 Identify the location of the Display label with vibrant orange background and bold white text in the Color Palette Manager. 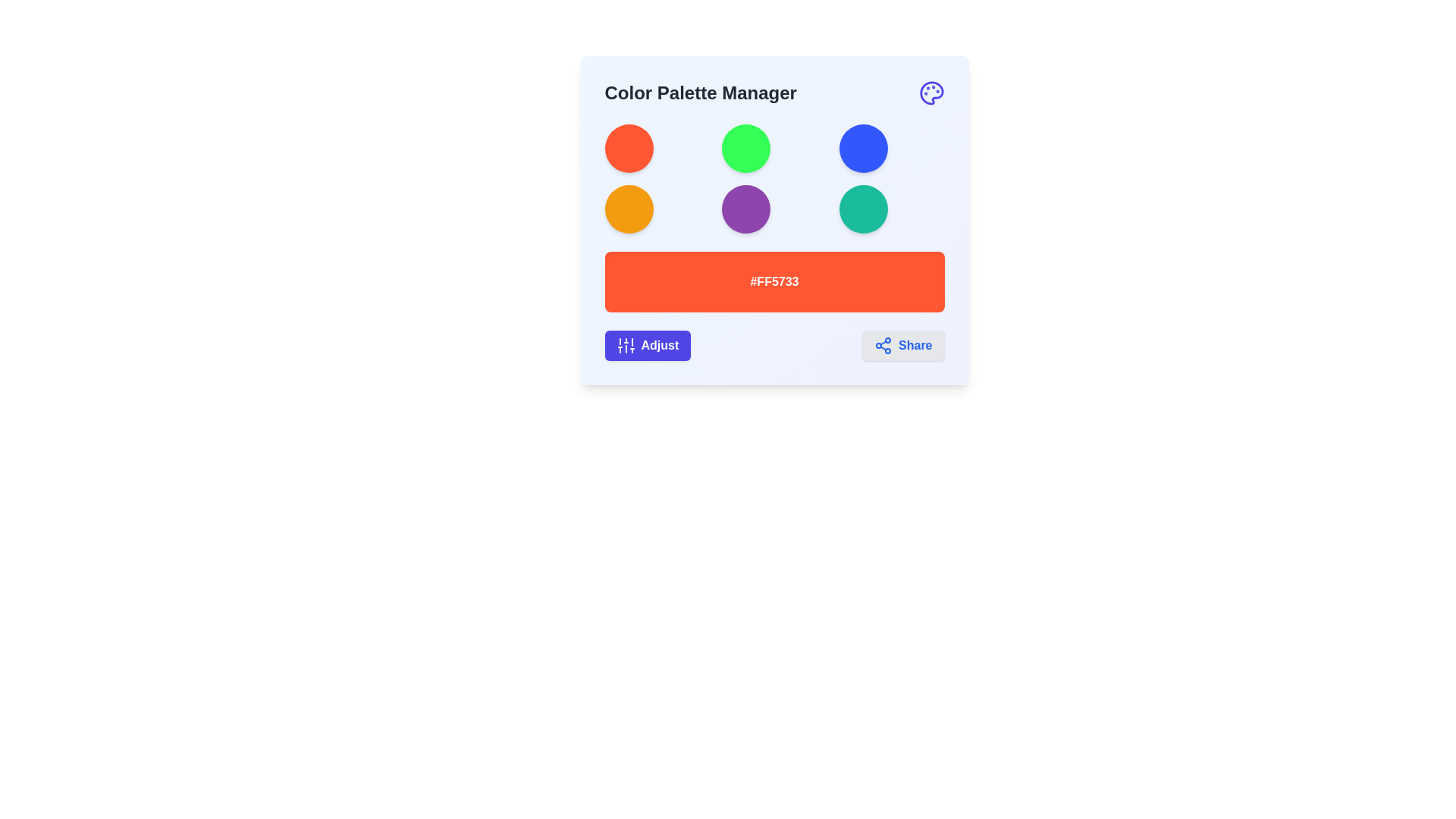
(774, 281).